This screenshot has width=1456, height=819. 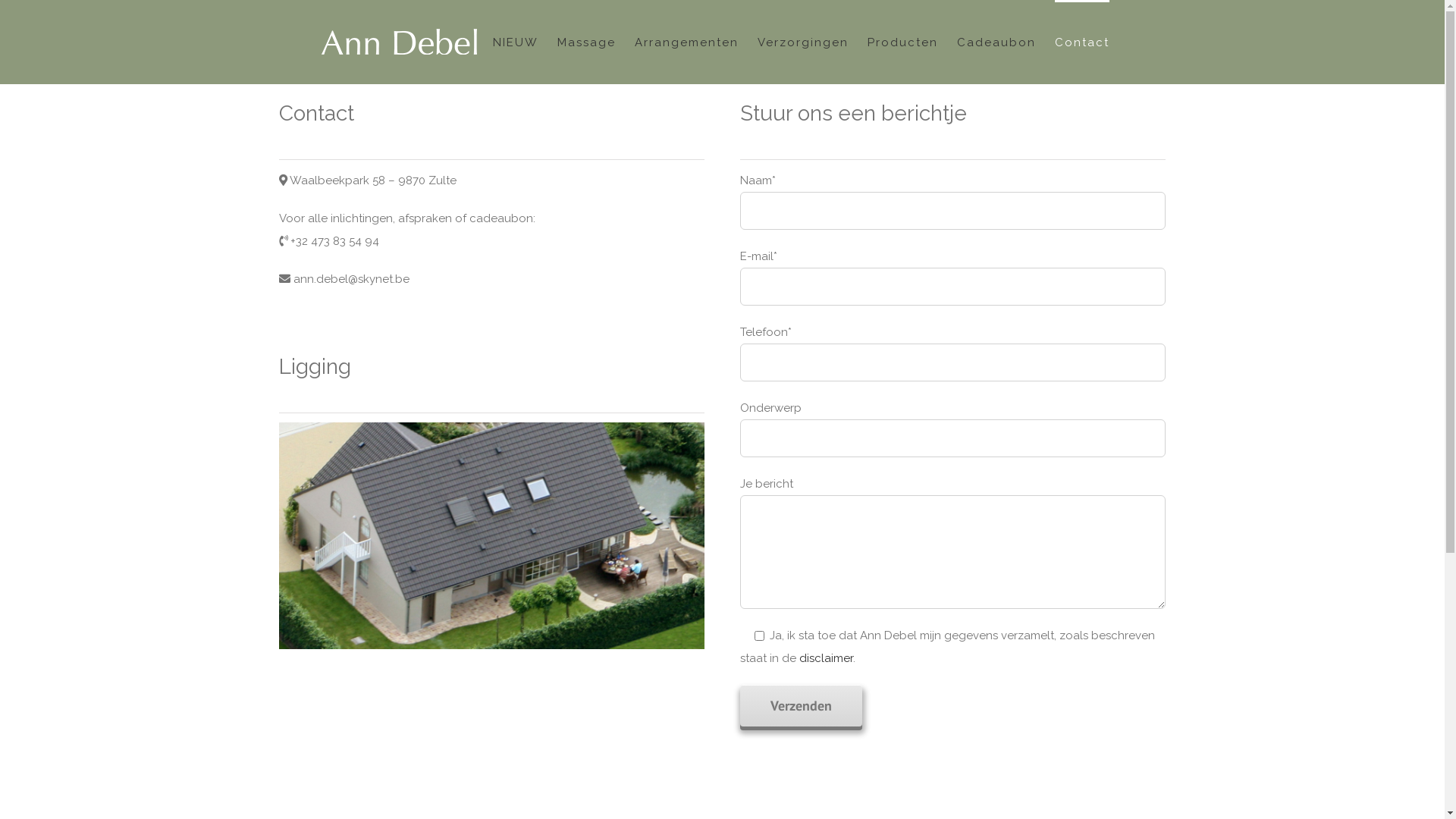 What do you see at coordinates (556, 40) in the screenshot?
I see `'Massage'` at bounding box center [556, 40].